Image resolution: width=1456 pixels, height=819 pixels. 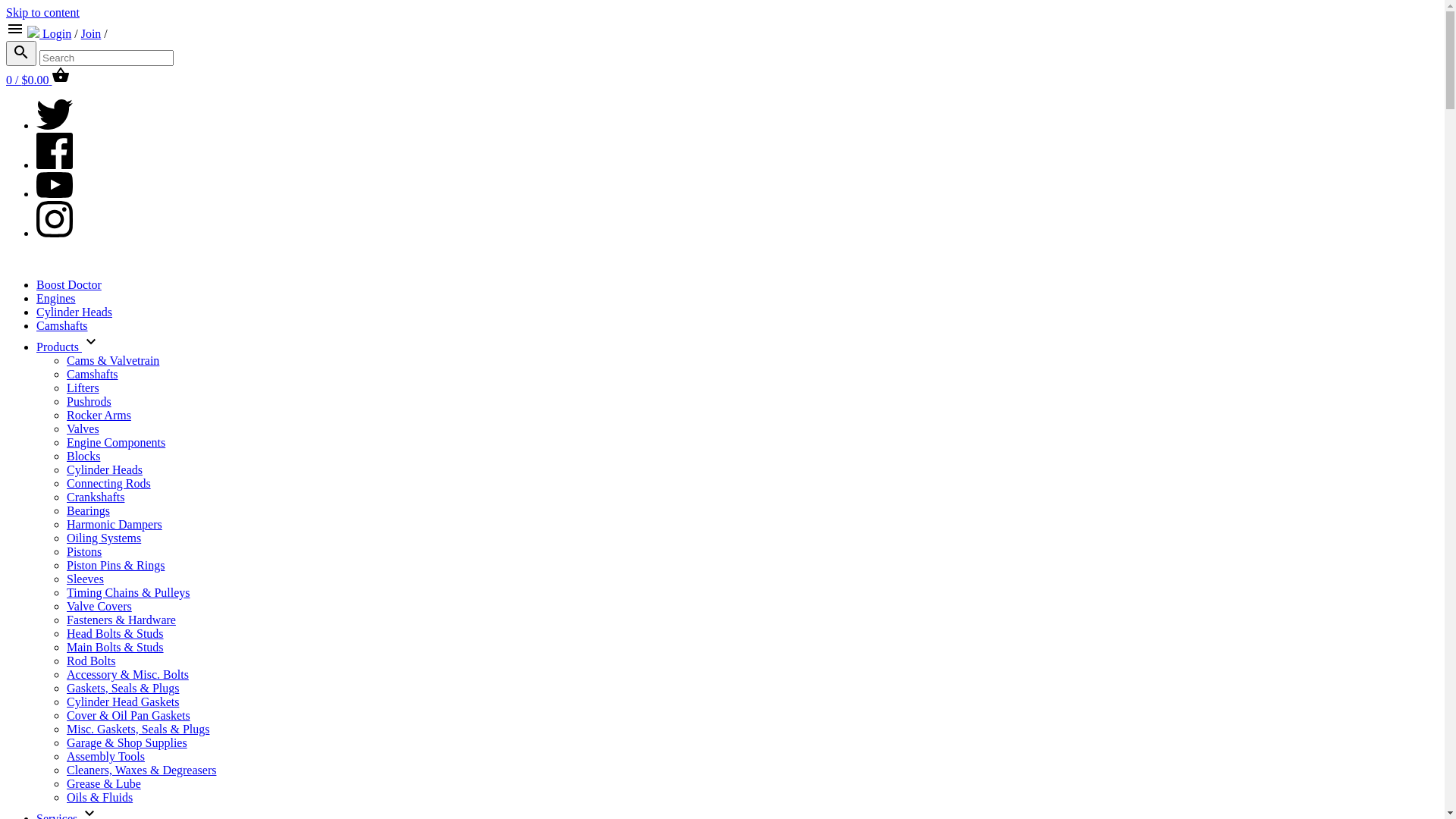 What do you see at coordinates (55, 193) in the screenshot?
I see `'Youtube'` at bounding box center [55, 193].